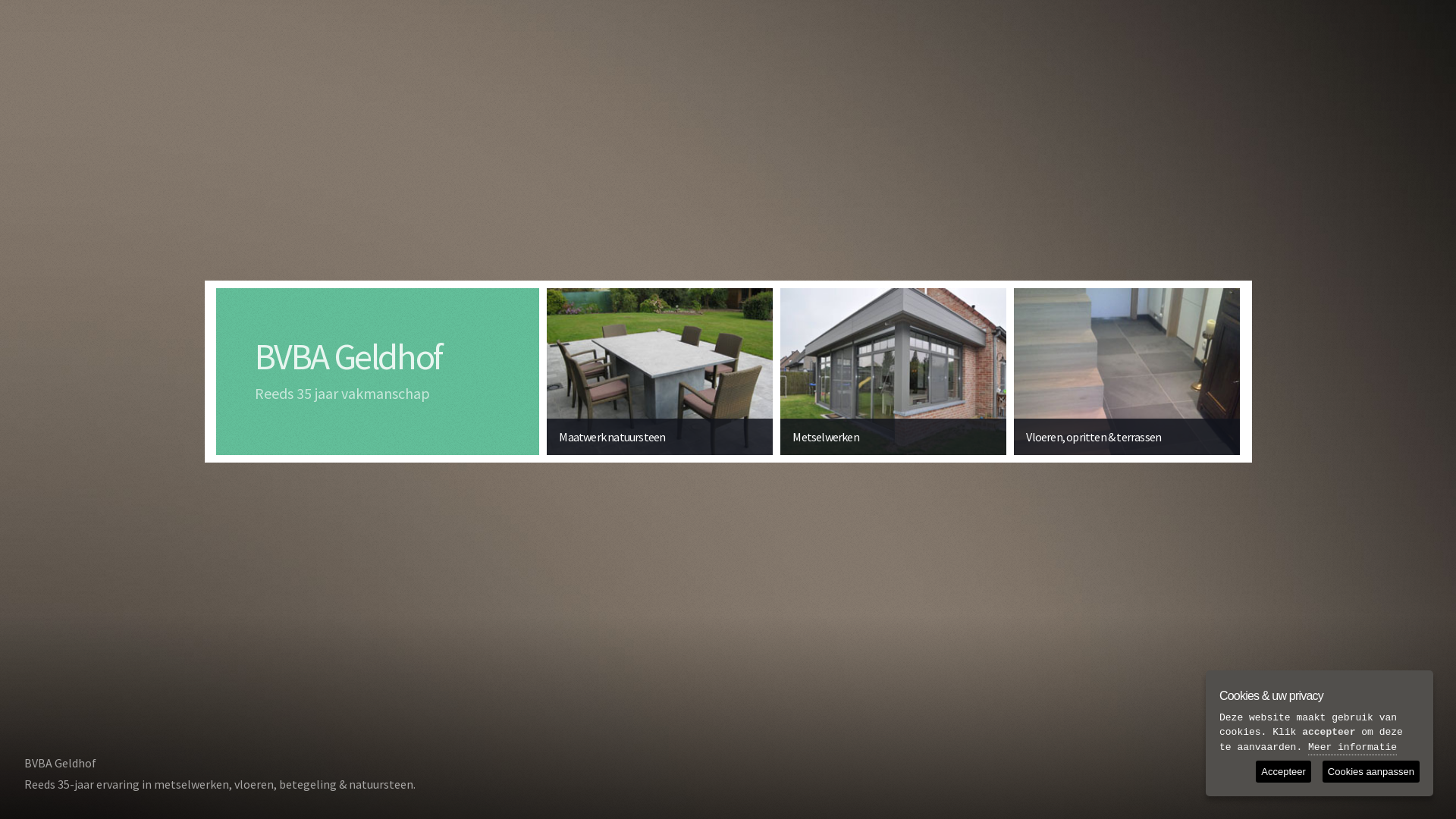 This screenshot has width=1456, height=819. Describe the element at coordinates (1371, 771) in the screenshot. I see `'Cookies aanpassen'` at that location.